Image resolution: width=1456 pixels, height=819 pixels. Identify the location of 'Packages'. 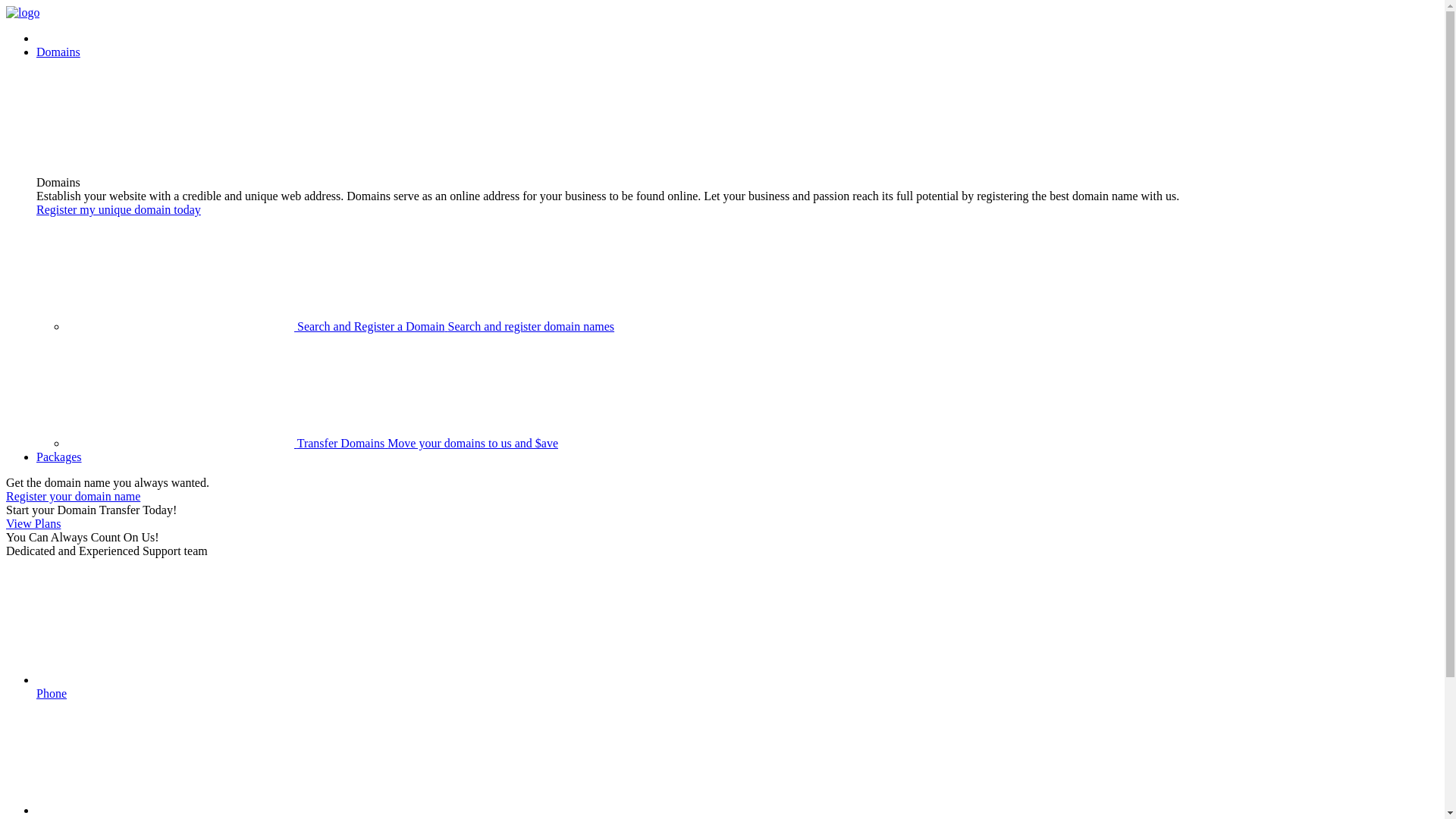
(58, 456).